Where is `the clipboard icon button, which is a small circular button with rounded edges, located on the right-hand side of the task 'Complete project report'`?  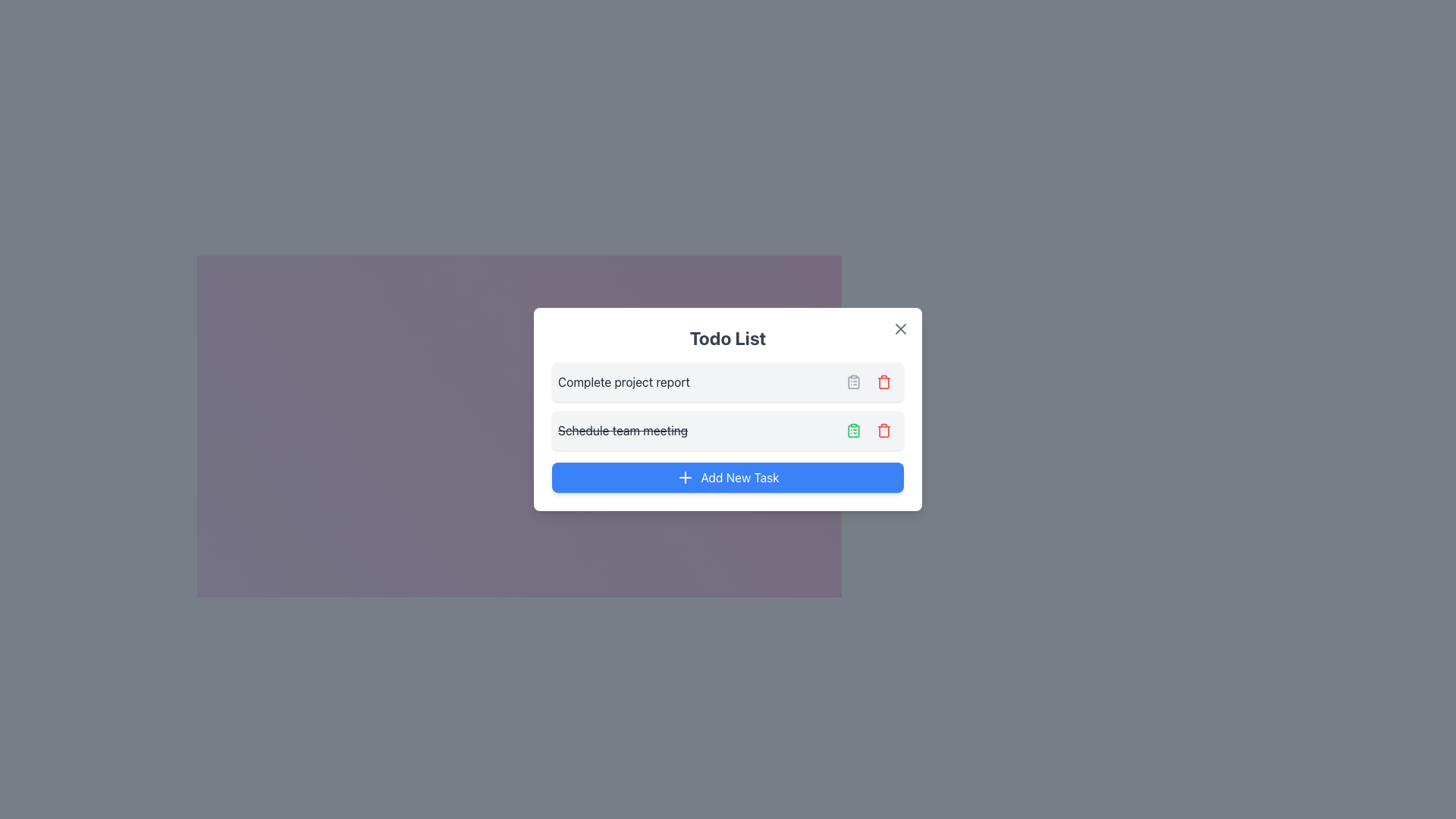
the clipboard icon button, which is a small circular button with rounded edges, located on the right-hand side of the task 'Complete project report' is located at coordinates (854, 381).